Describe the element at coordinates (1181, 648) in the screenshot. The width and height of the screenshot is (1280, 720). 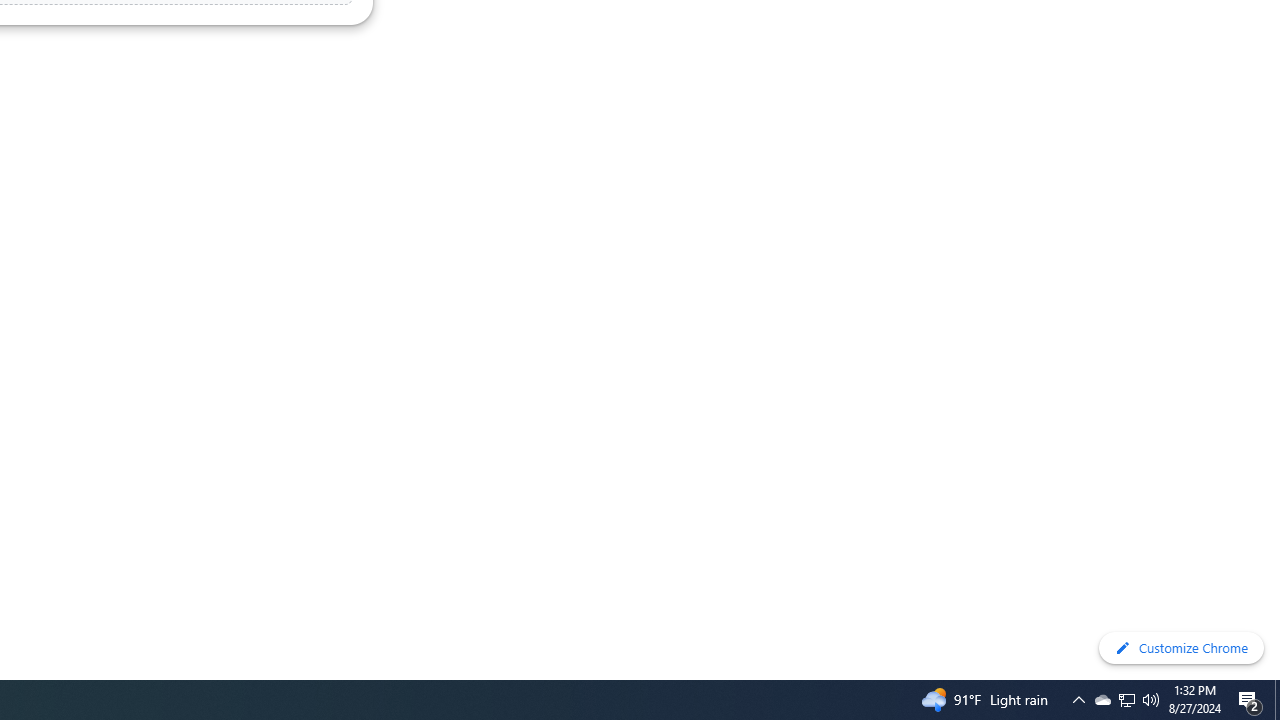
I see `'Customize Chrome'` at that location.